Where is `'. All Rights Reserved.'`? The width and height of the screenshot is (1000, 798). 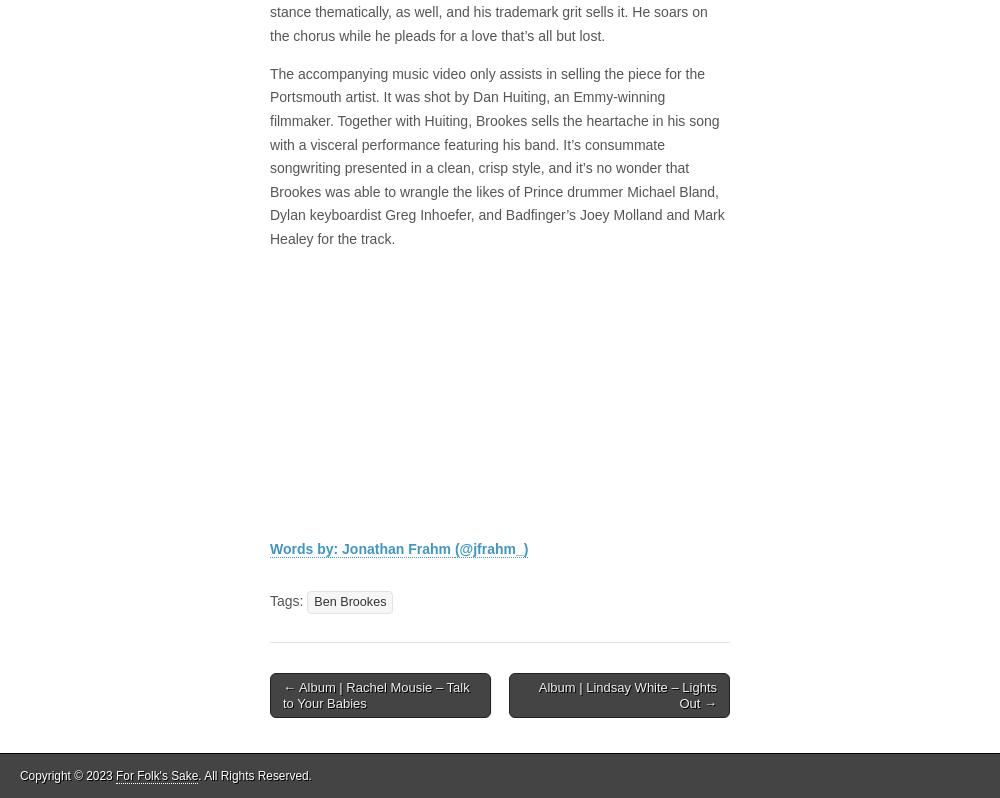 '. All Rights Reserved.' is located at coordinates (254, 775).